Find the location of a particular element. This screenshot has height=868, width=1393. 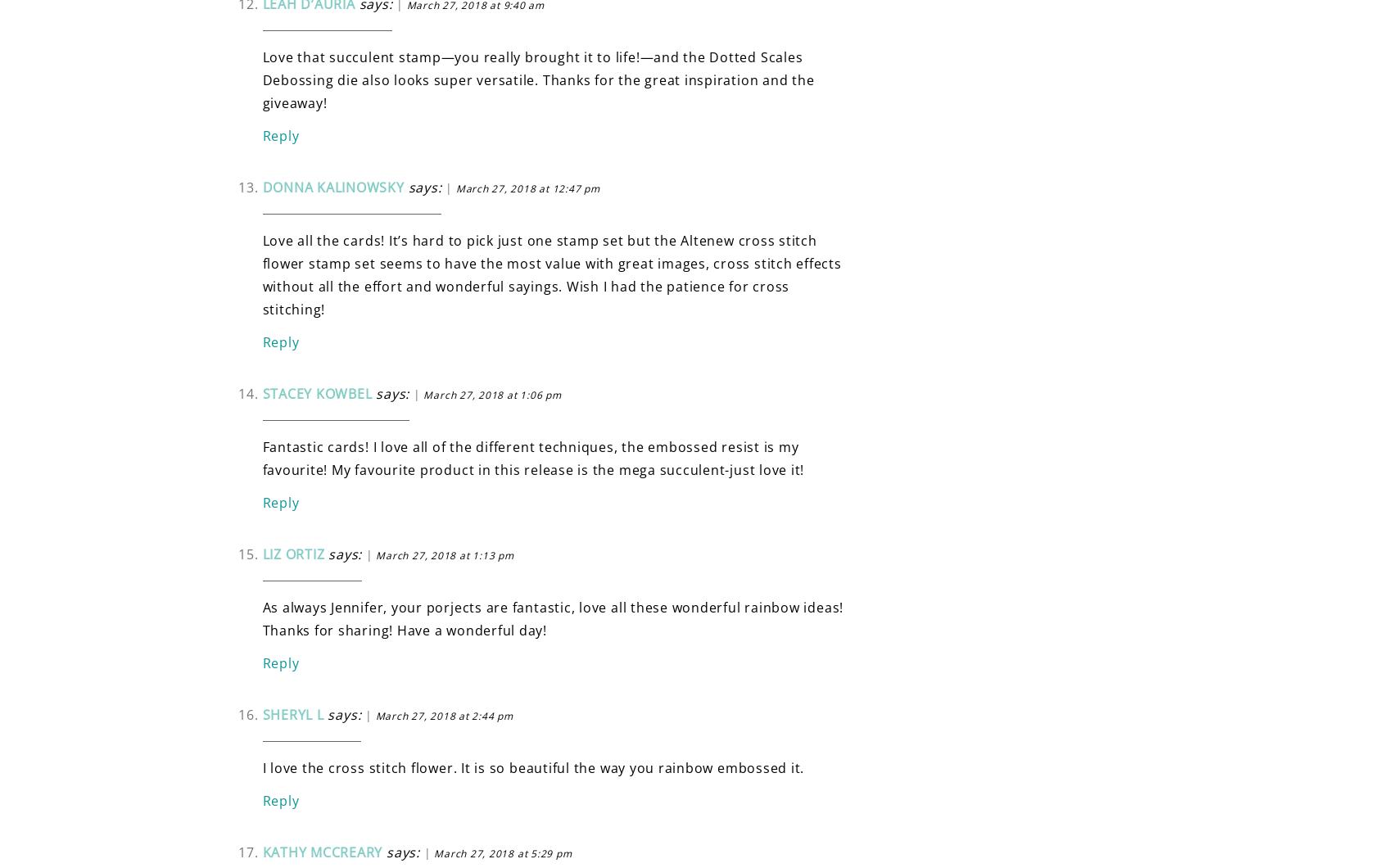

'March 27, 2018 at 1:13 pm' is located at coordinates (444, 554).